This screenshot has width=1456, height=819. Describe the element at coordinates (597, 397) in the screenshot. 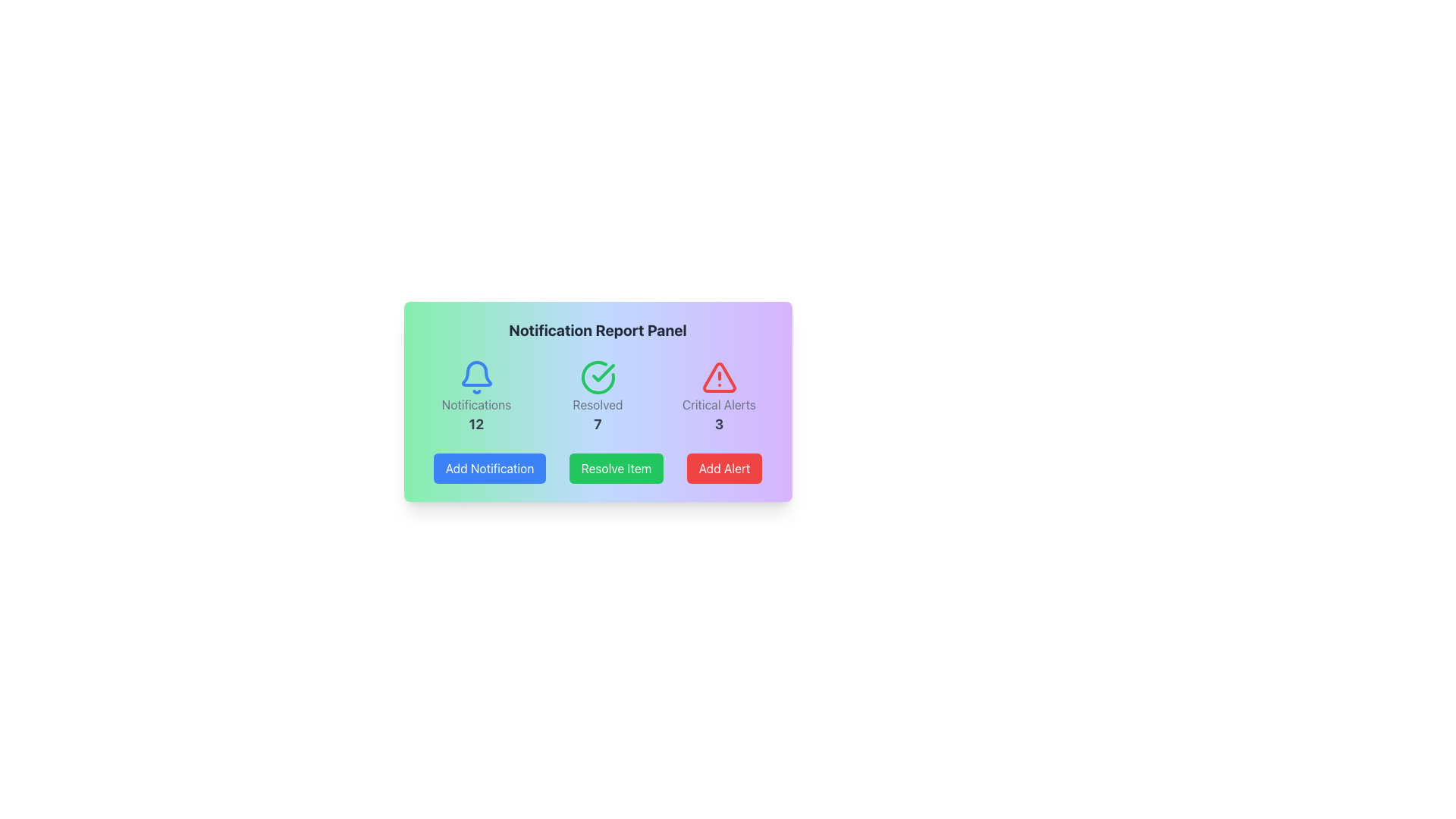

I see `the Information display panel that shows the count of resolved items, which is positioned centrally between 'Notifications' and 'Critical Alerts'` at that location.